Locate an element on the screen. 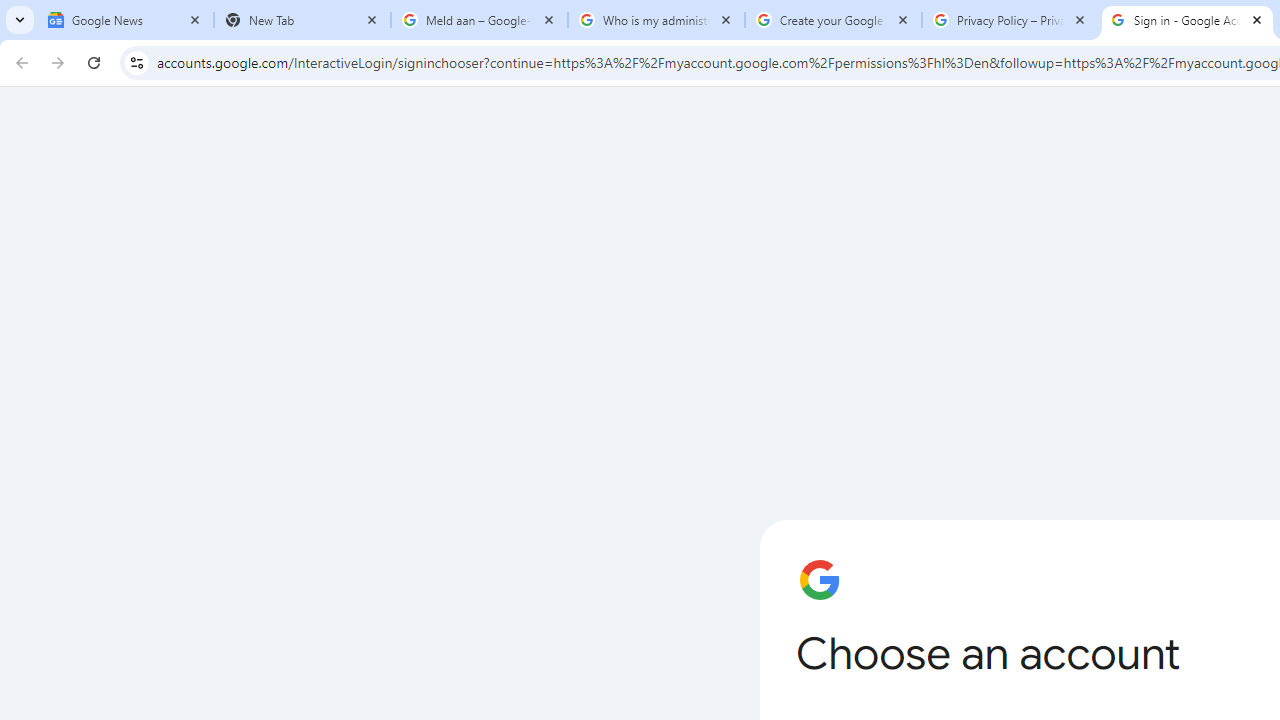  'Google News' is located at coordinates (124, 20).